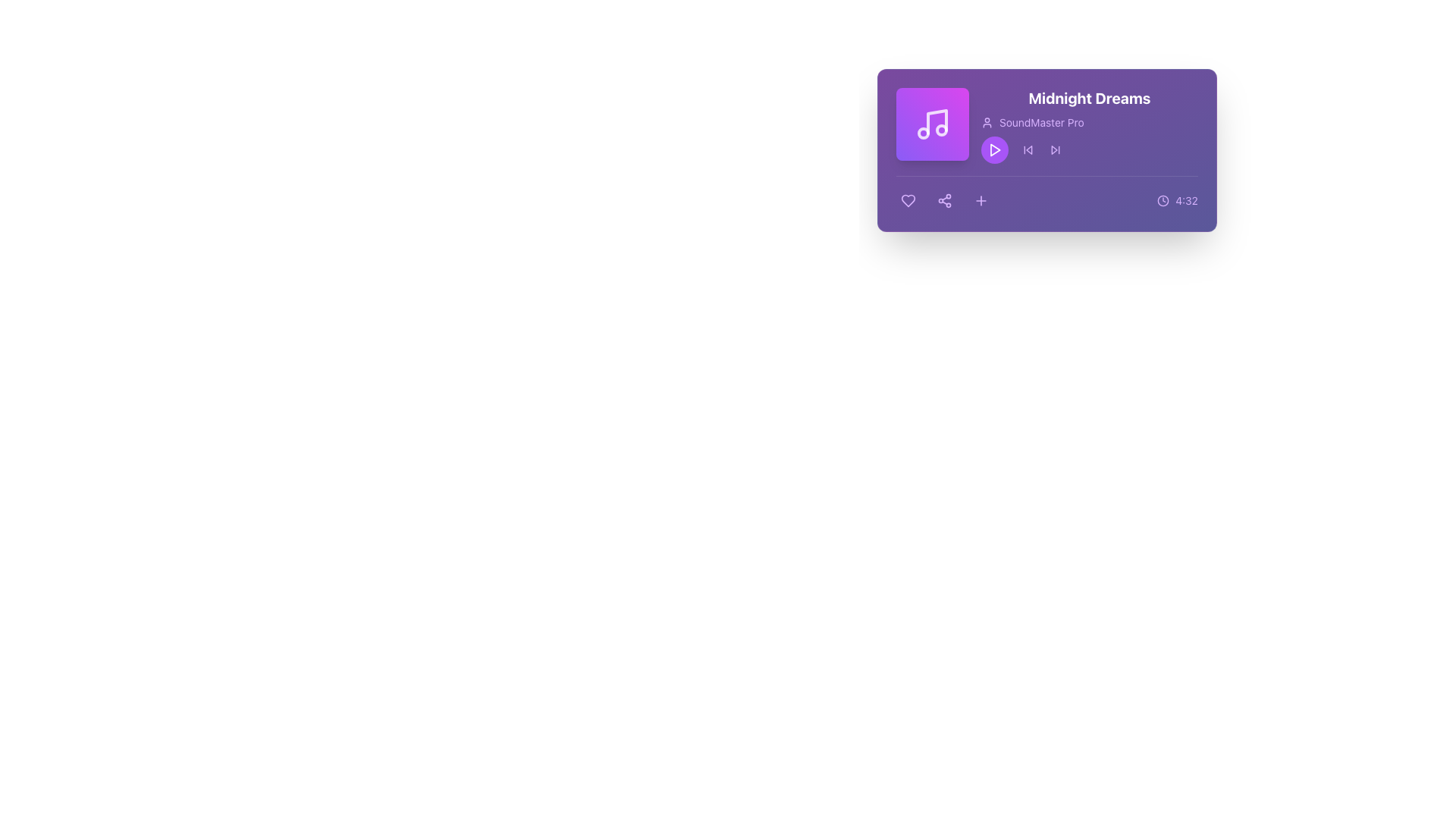  I want to click on the 'Like' button represented by a heart icon located in the bottom-left section of the music information card to mark the content as liked, so click(908, 200).